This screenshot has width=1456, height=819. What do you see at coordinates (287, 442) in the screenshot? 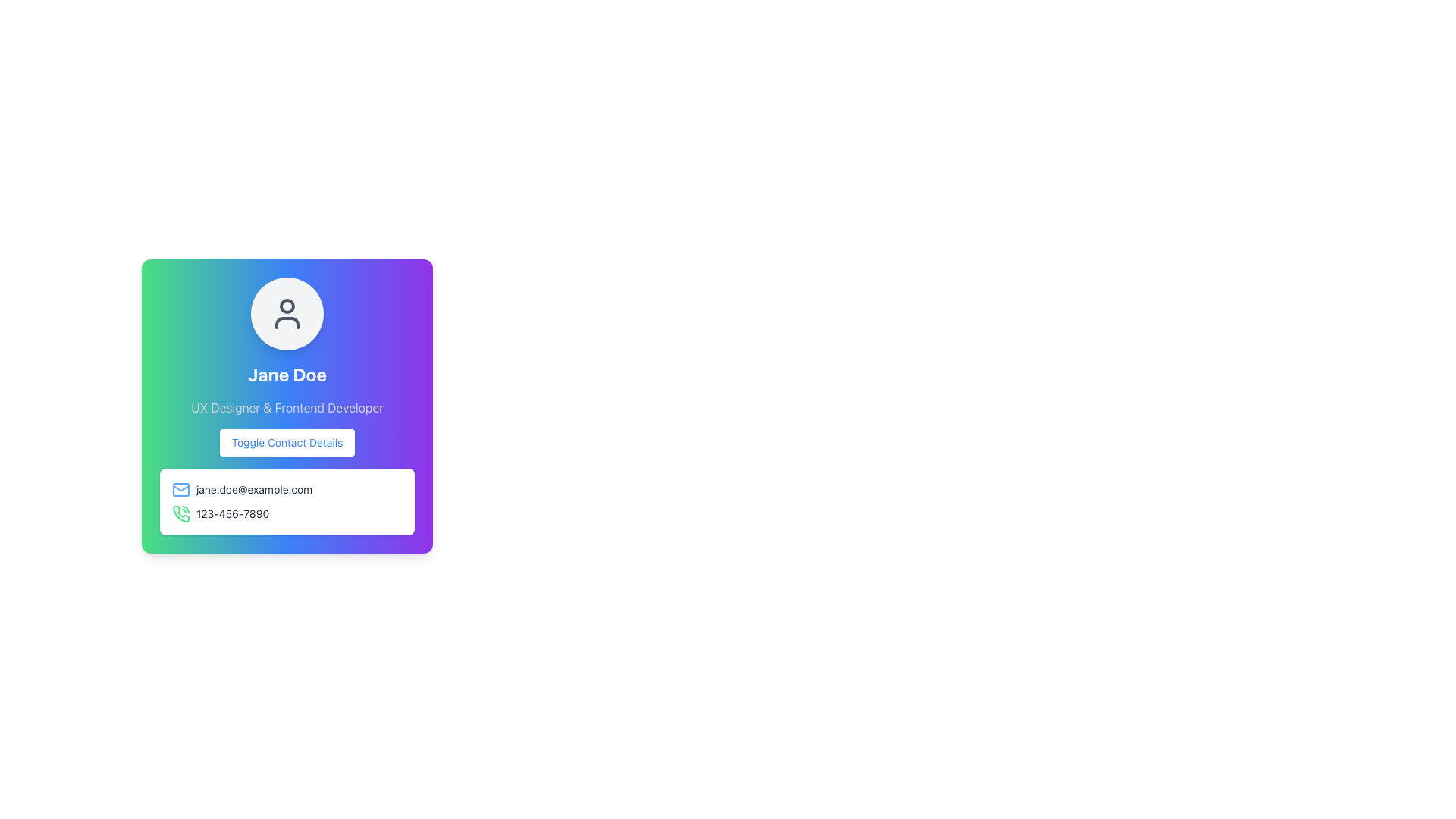
I see `the button with rounded corners that reads 'Toggle Contact Details' to observe the style change` at bounding box center [287, 442].